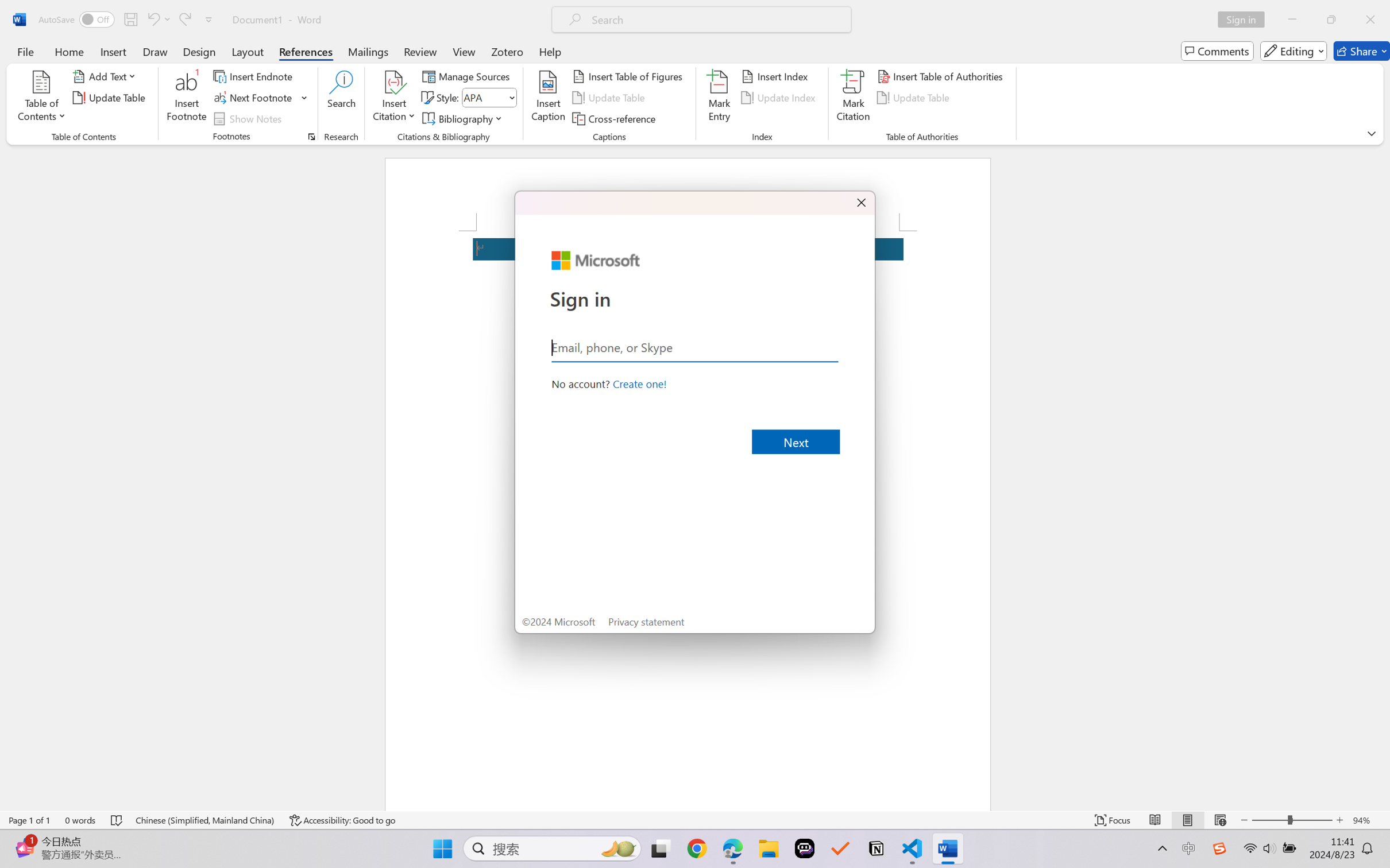  I want to click on 'Update Index', so click(779, 98).